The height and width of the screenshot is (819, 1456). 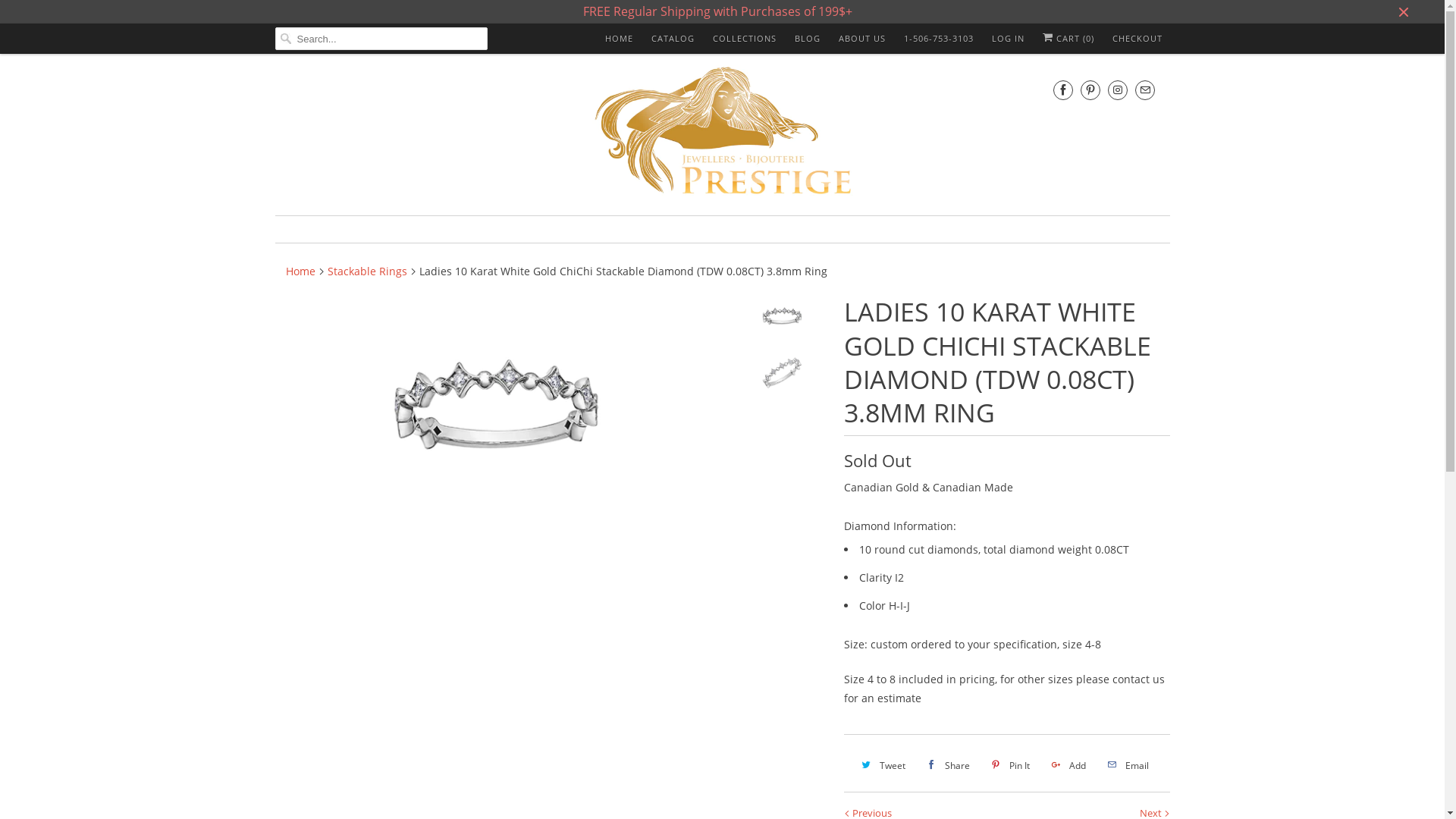 What do you see at coordinates (1134, 89) in the screenshot?
I see `'Email Bijouterie Prestige'` at bounding box center [1134, 89].